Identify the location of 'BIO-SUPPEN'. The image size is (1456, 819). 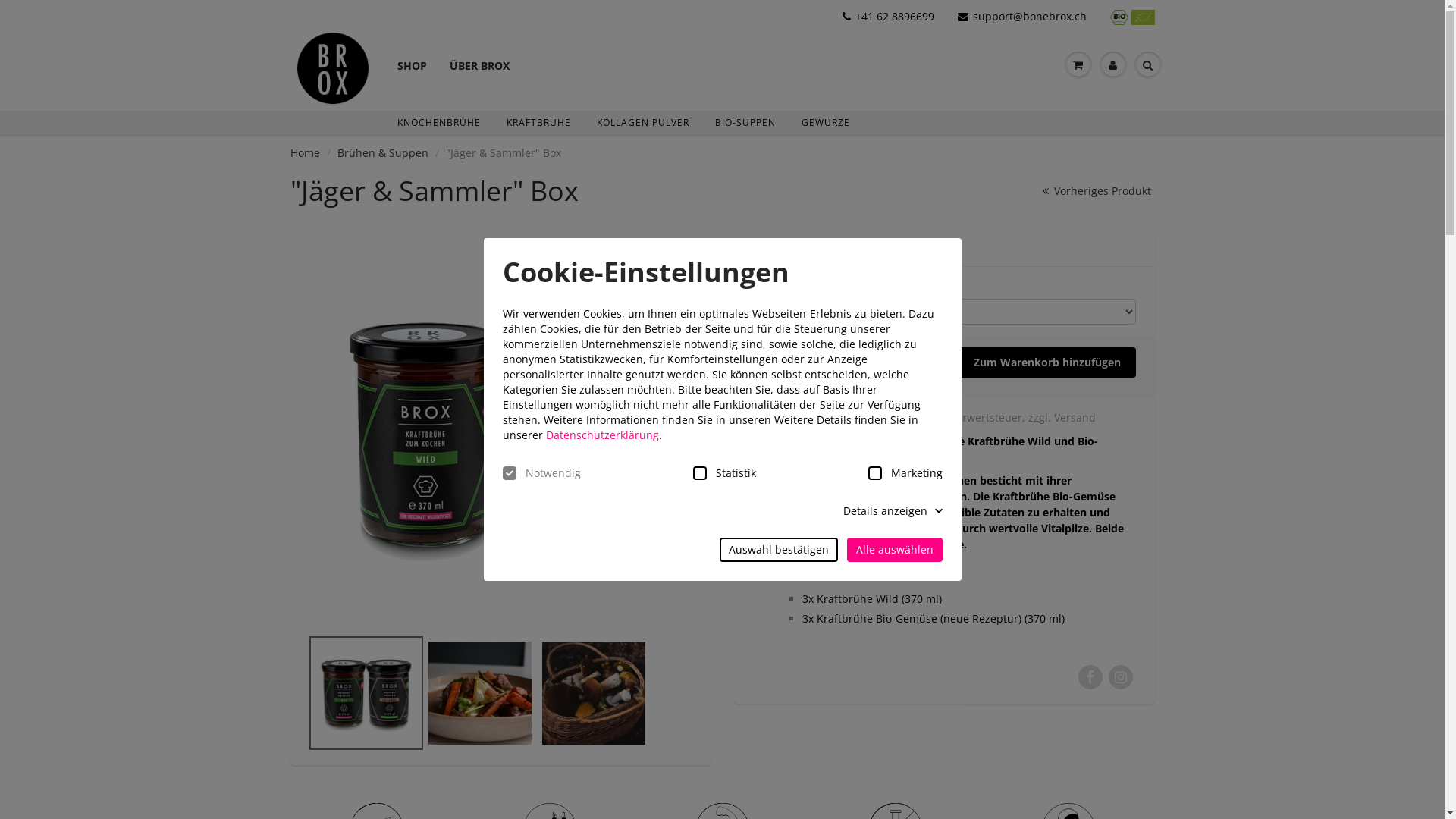
(745, 121).